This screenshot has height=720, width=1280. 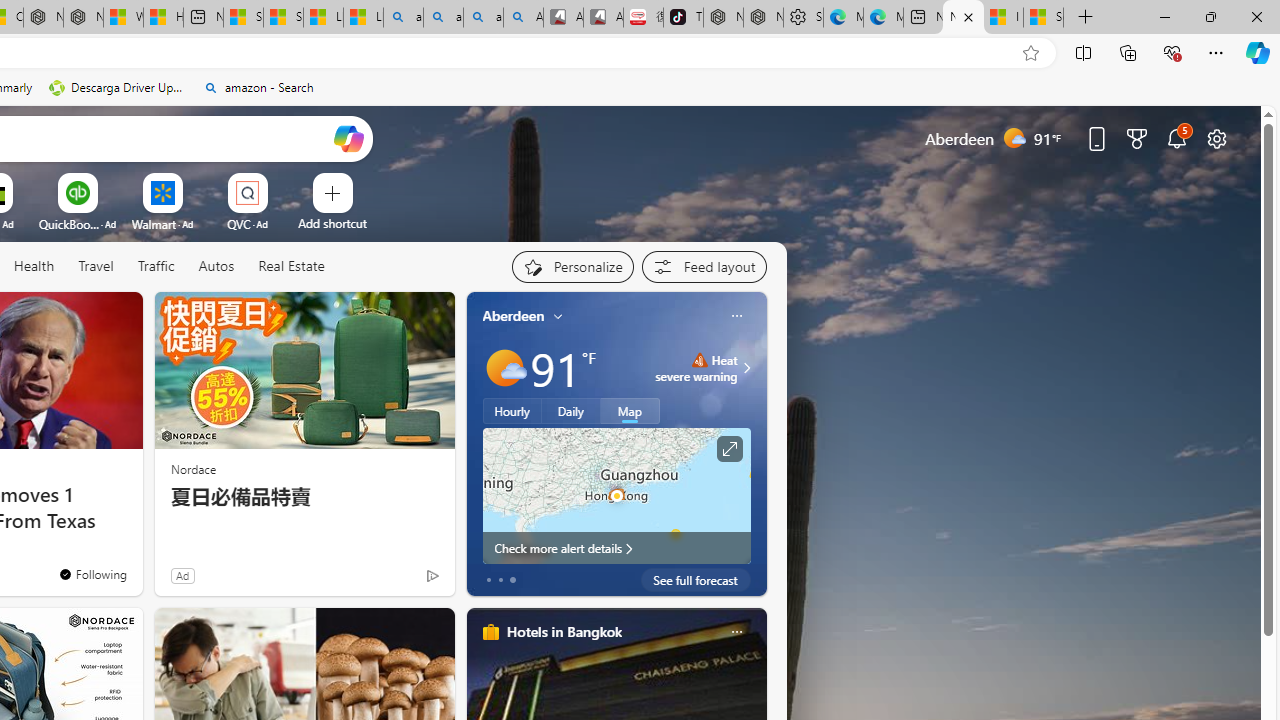 What do you see at coordinates (332, 223) in the screenshot?
I see `'Add a site'` at bounding box center [332, 223].